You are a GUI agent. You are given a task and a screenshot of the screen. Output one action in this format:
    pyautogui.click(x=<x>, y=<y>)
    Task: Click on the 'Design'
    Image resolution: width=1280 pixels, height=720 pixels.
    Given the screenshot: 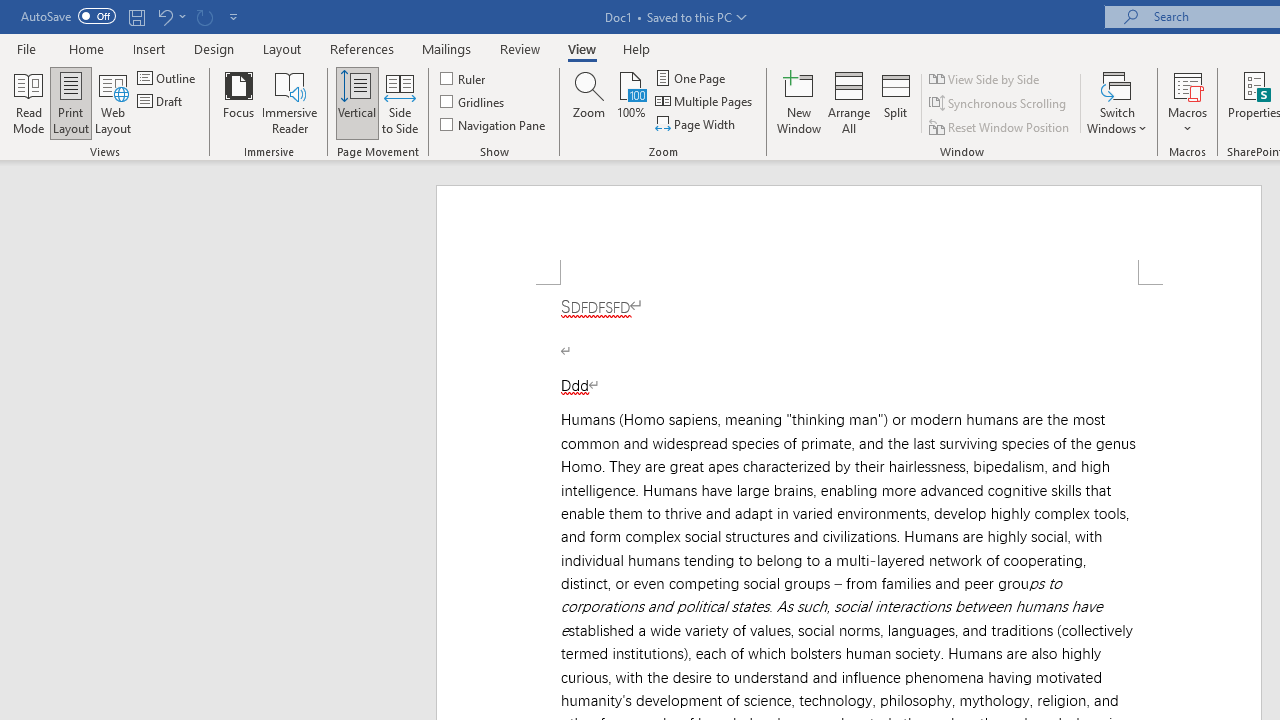 What is the action you would take?
    pyautogui.click(x=214, y=48)
    